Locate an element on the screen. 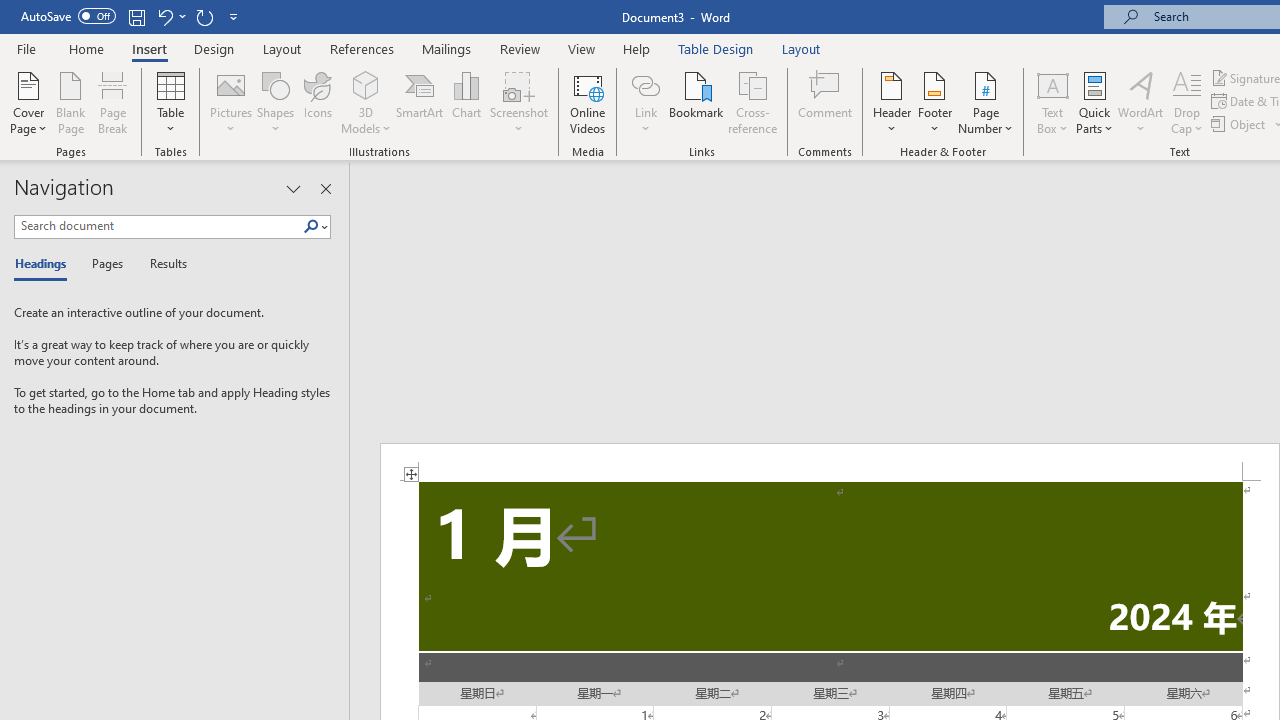 The image size is (1280, 720). 'Layout' is located at coordinates (801, 48).